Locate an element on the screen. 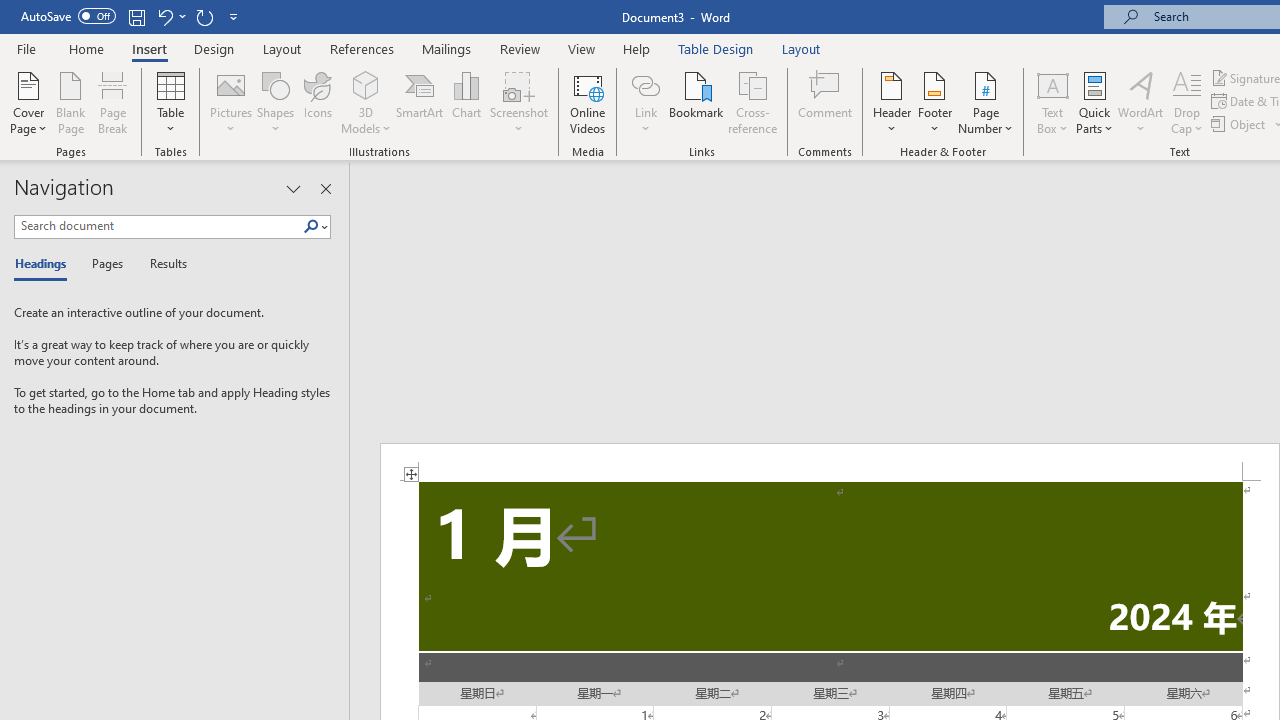 The image size is (1280, 720). 'Layout' is located at coordinates (801, 48).